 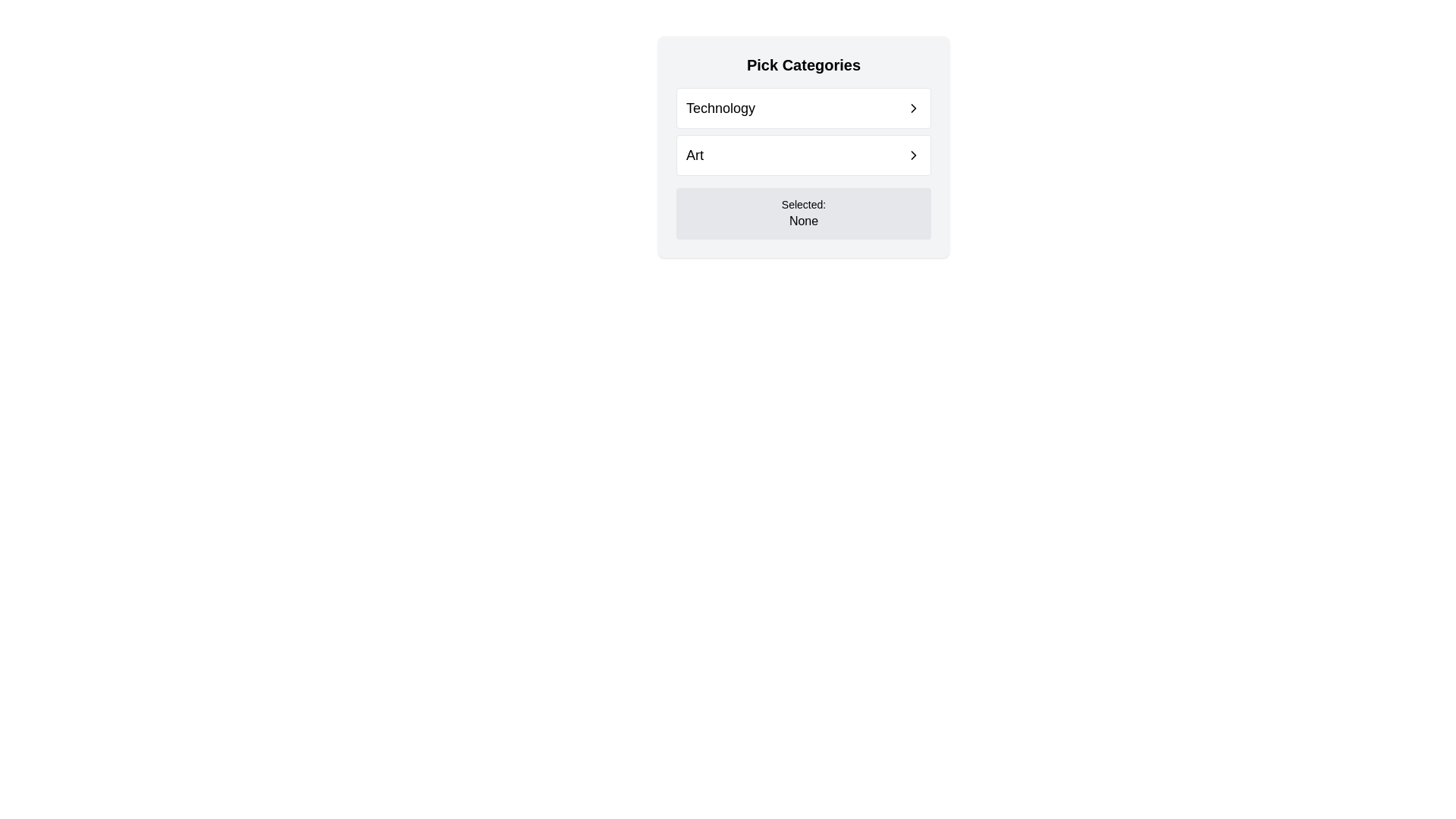 What do you see at coordinates (912, 155) in the screenshot?
I see `the right-pointing chevron icon located in the 'Art' row of the 'Pick Categories' section` at bounding box center [912, 155].